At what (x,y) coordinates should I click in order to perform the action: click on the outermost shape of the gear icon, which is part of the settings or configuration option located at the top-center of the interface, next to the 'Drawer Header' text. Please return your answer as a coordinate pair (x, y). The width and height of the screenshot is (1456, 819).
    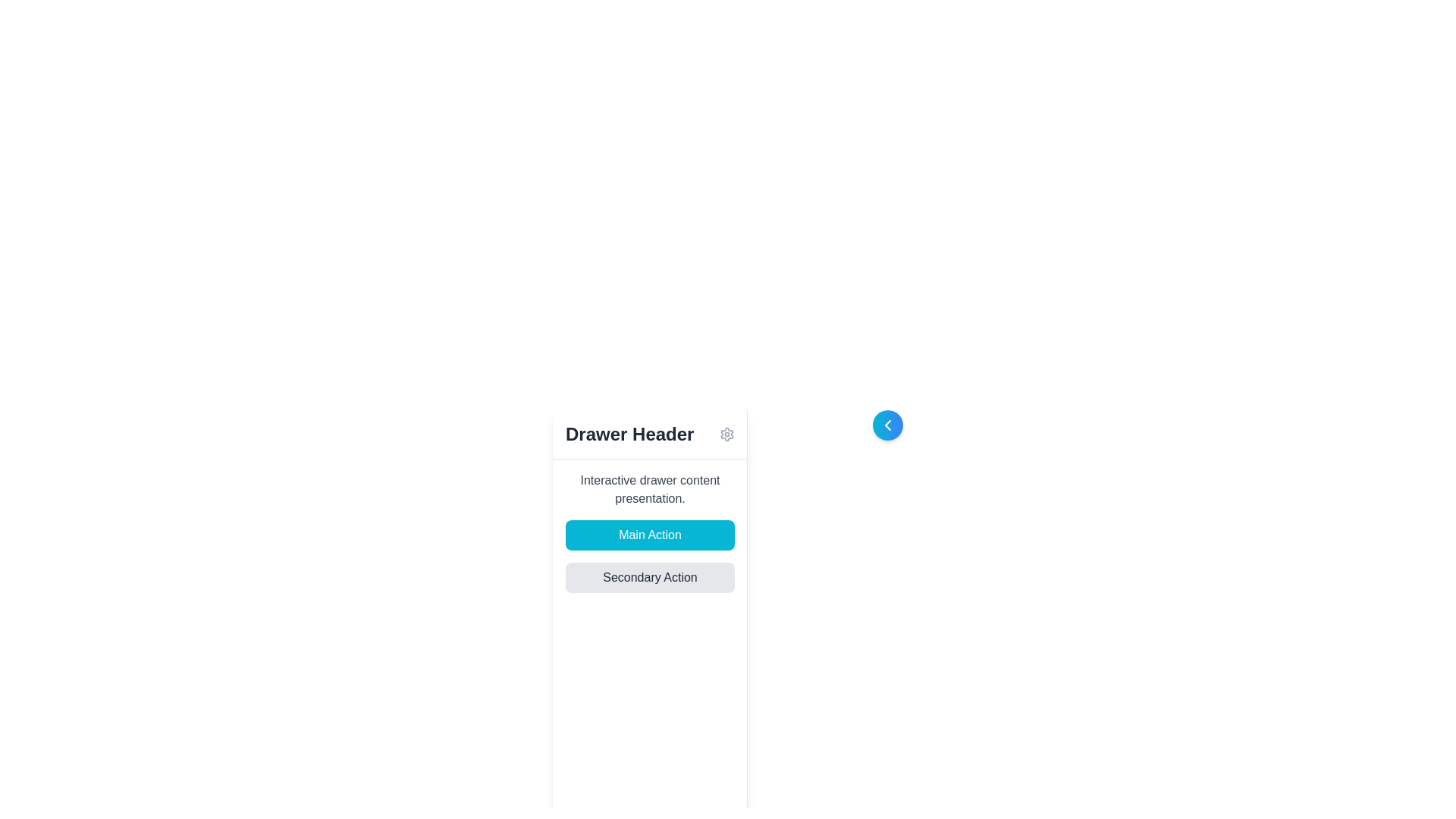
    Looking at the image, I should click on (726, 435).